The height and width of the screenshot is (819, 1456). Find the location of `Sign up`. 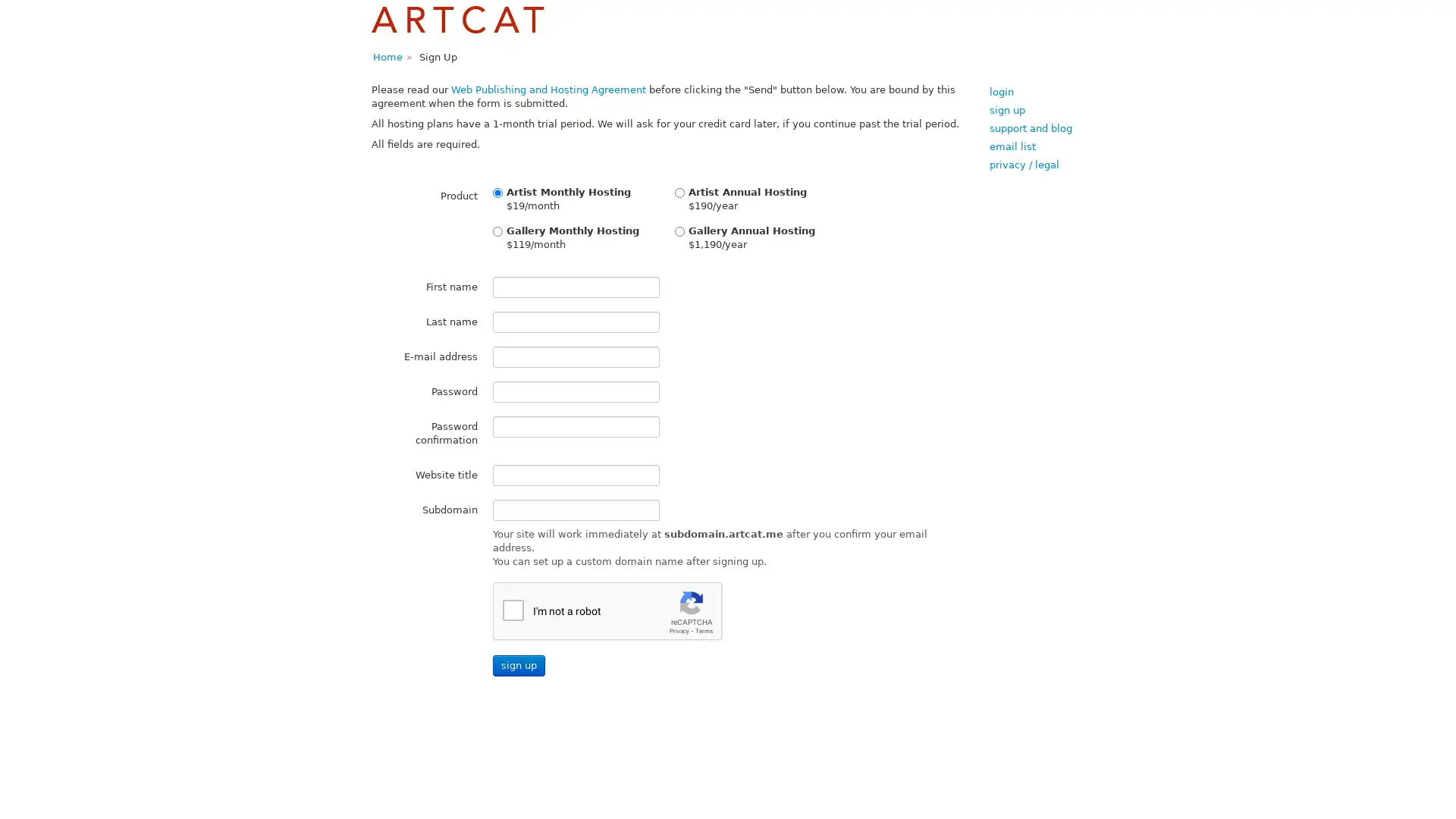

Sign up is located at coordinates (519, 665).